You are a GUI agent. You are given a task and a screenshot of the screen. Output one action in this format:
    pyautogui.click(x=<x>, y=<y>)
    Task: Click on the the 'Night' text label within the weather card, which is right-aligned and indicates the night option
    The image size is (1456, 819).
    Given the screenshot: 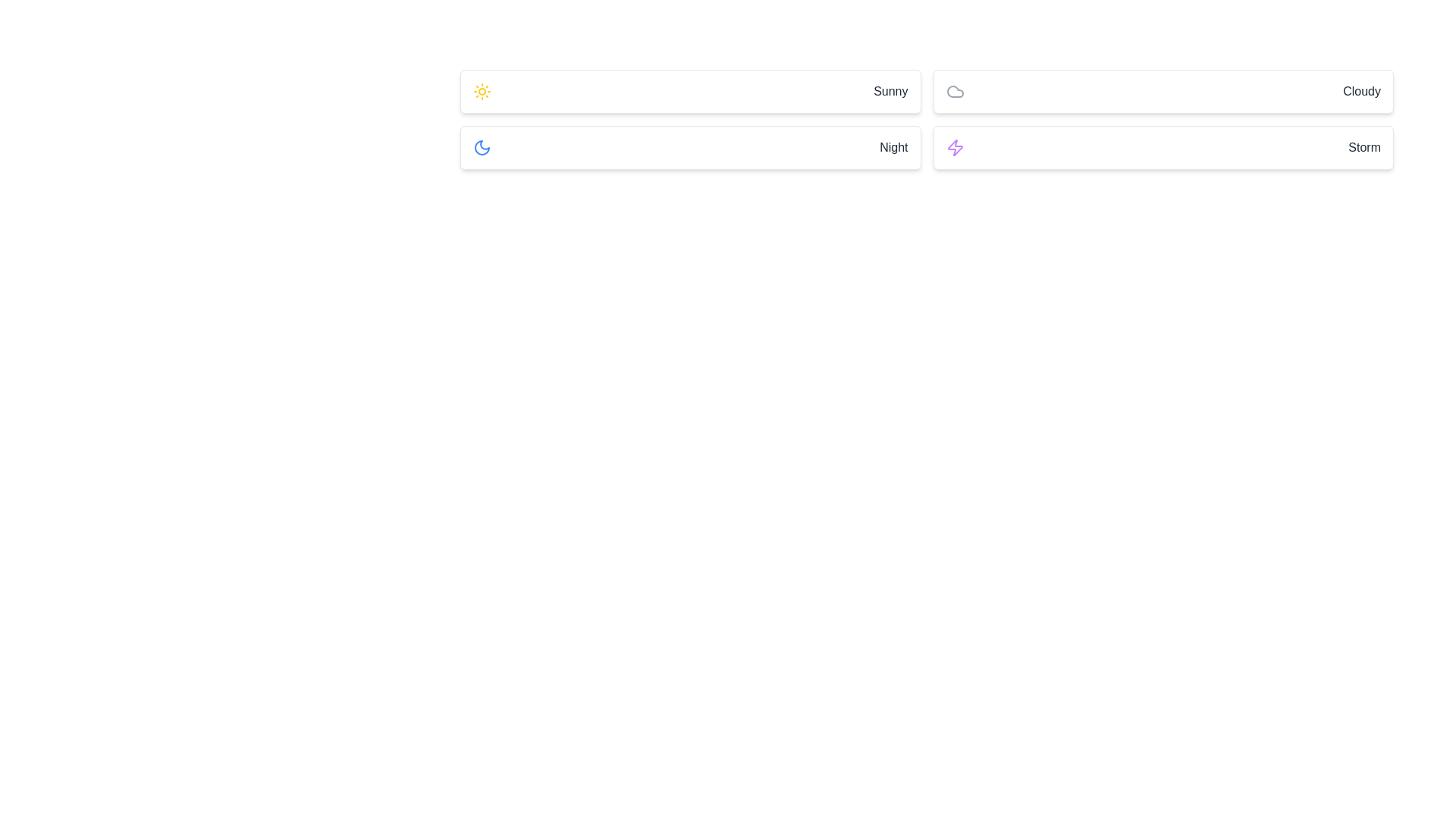 What is the action you would take?
    pyautogui.click(x=893, y=148)
    